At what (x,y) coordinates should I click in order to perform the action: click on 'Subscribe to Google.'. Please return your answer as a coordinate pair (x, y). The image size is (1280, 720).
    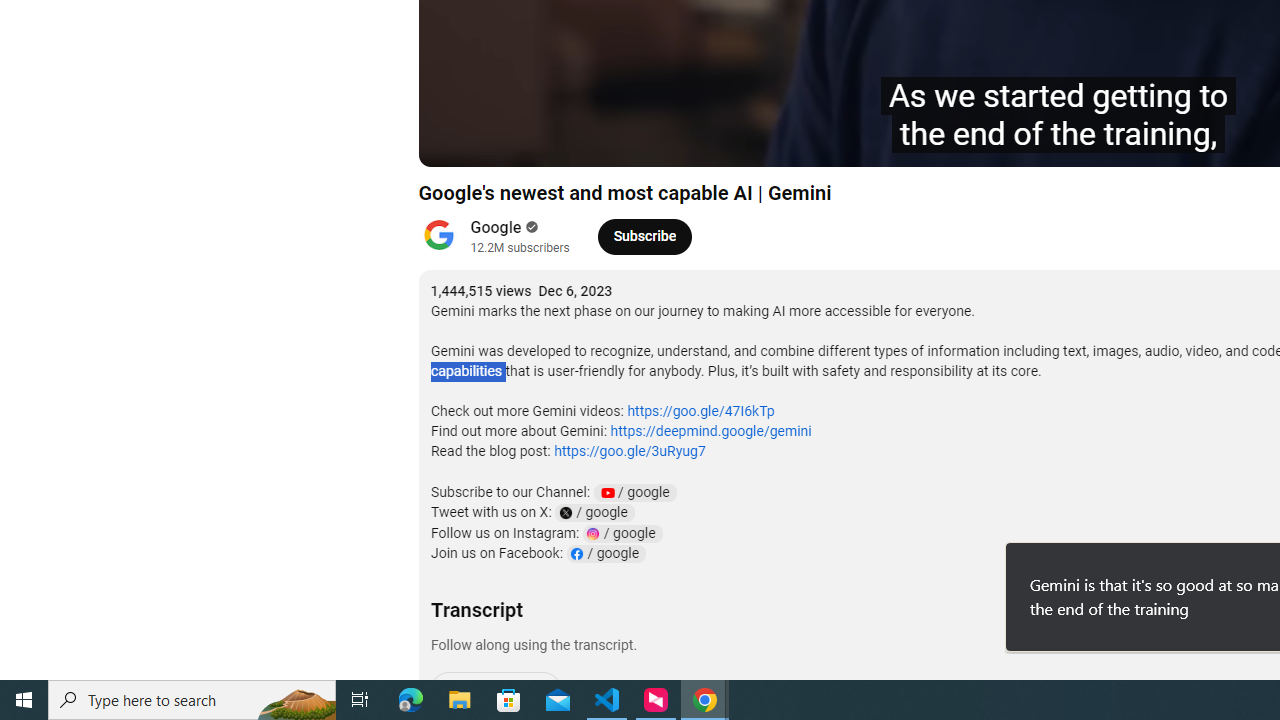
    Looking at the image, I should click on (644, 235).